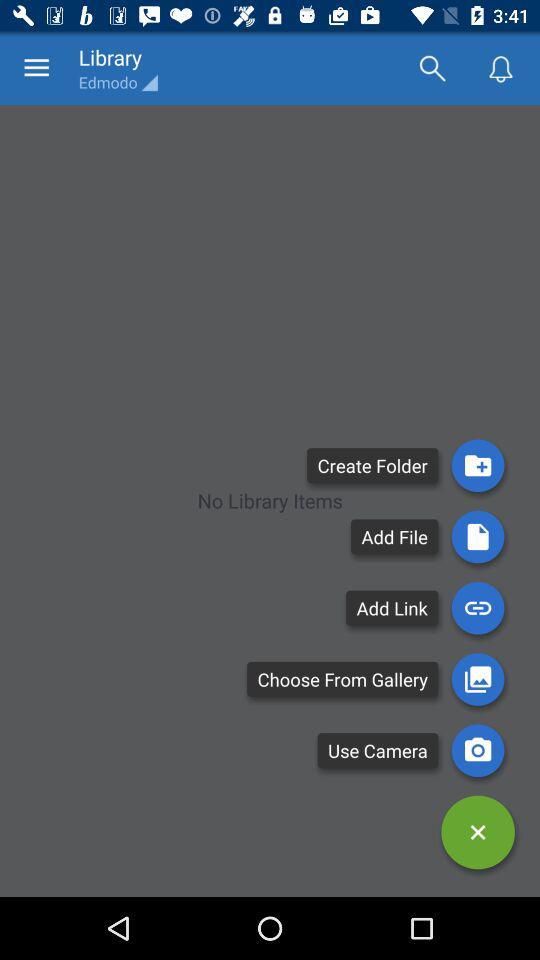  What do you see at coordinates (477, 465) in the screenshot?
I see `folder` at bounding box center [477, 465].